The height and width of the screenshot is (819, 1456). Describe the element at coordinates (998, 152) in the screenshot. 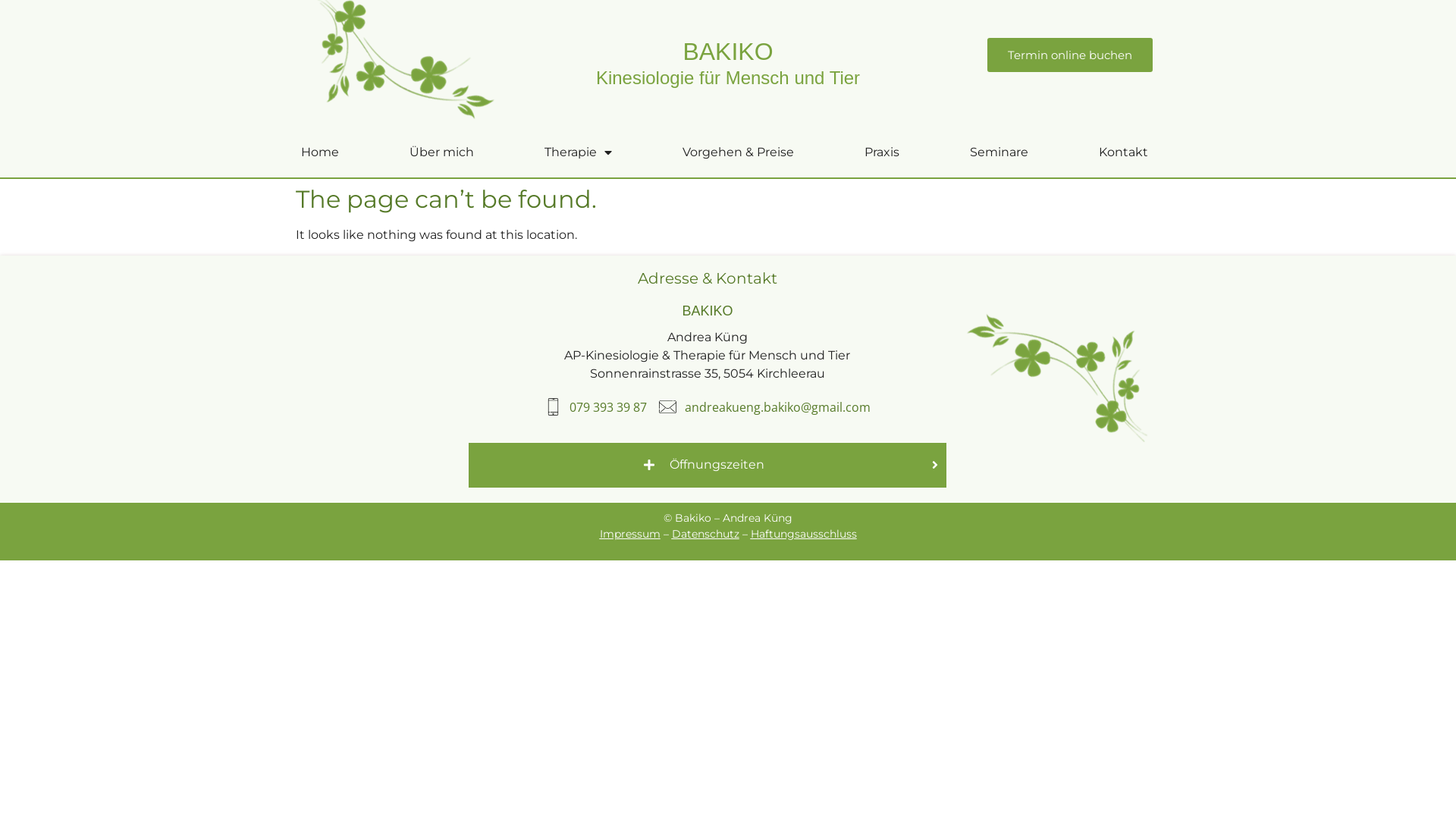

I see `'Seminare'` at that location.